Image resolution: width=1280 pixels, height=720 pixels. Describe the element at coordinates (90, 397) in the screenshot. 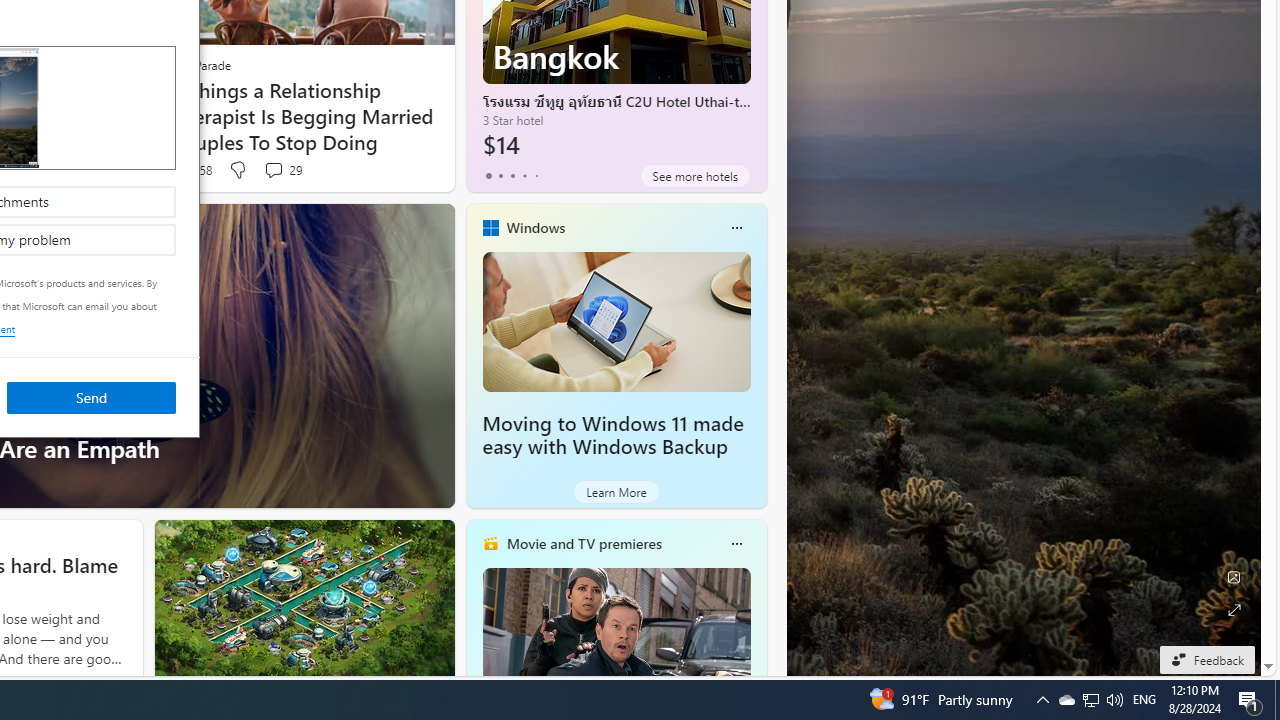

I see `'Send'` at that location.